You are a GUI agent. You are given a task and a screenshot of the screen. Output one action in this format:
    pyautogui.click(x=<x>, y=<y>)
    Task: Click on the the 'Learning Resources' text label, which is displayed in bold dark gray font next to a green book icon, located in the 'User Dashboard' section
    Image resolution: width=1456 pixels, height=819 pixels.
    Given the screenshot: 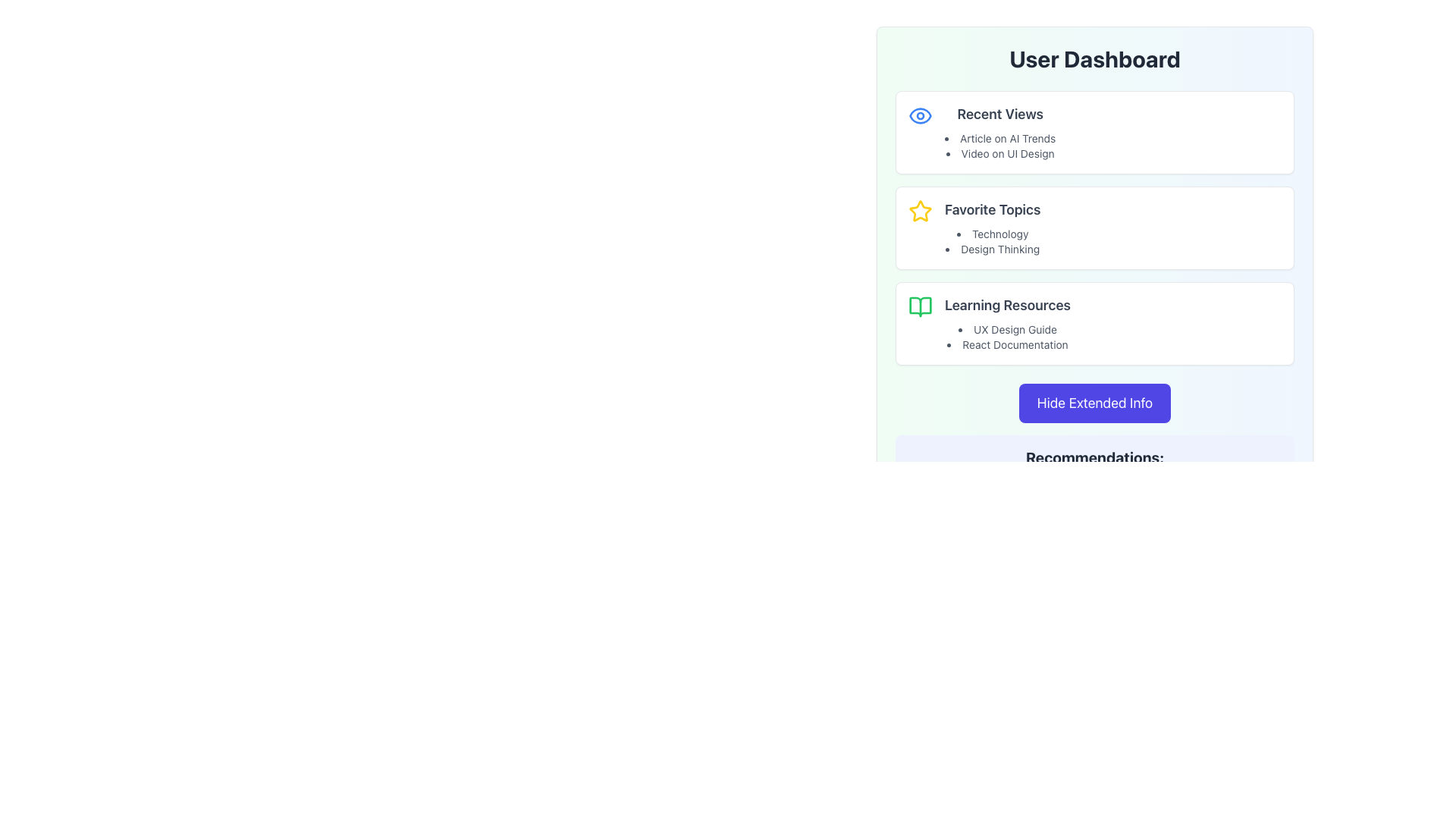 What is the action you would take?
    pyautogui.click(x=1008, y=305)
    